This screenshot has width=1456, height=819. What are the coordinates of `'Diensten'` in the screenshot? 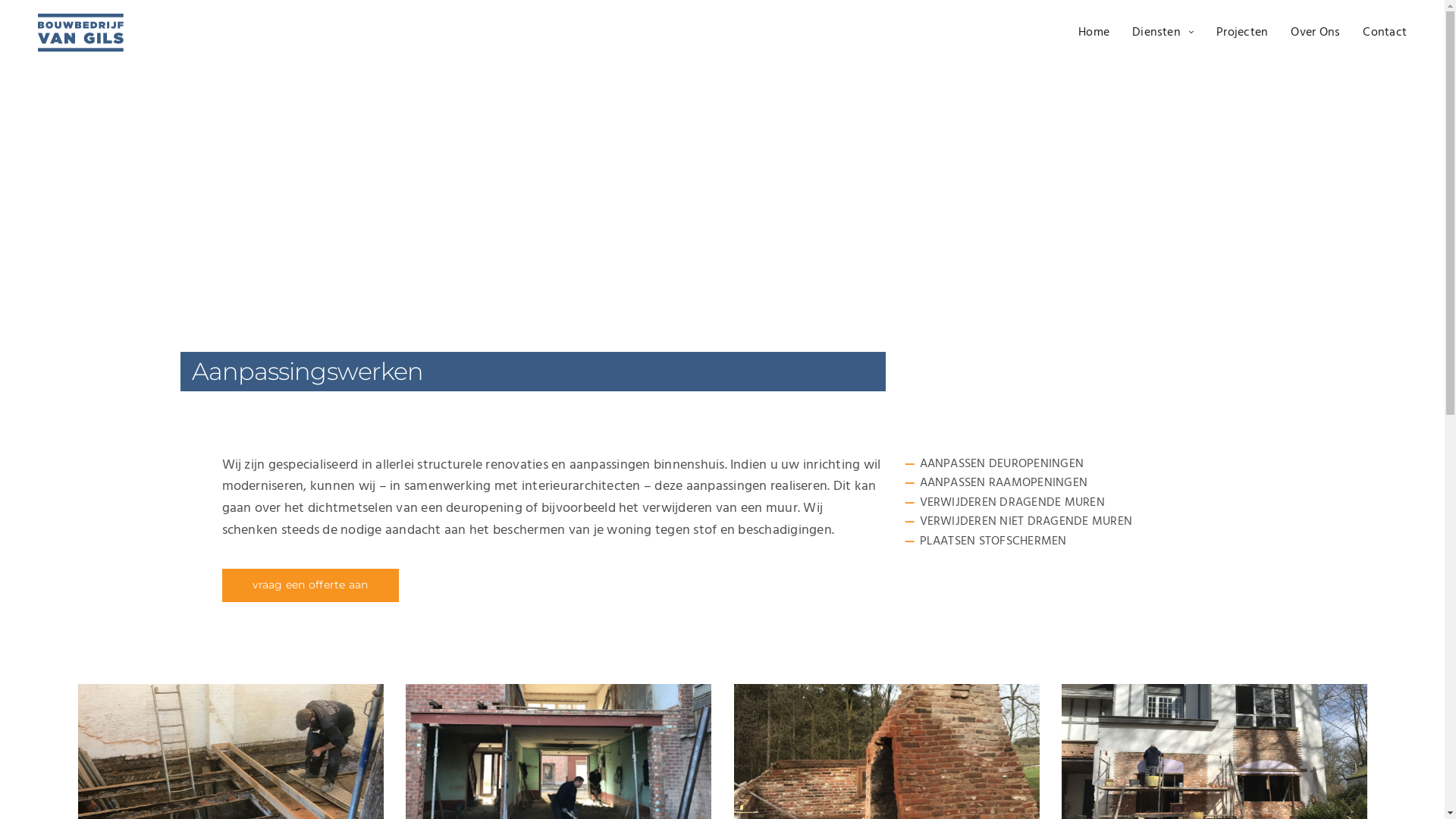 It's located at (1162, 32).